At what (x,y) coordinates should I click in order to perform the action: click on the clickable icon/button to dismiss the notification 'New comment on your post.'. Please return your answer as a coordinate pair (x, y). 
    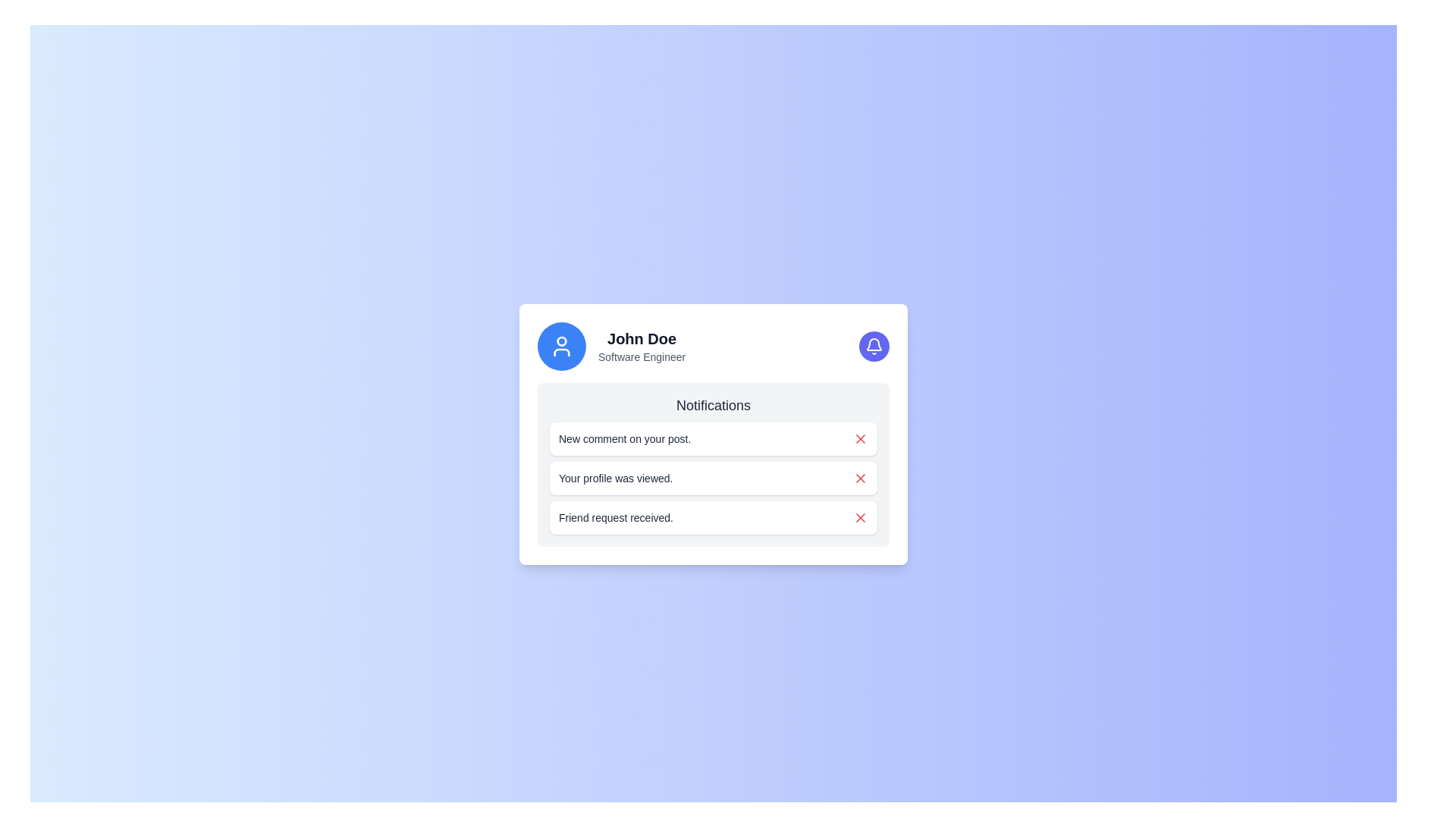
    Looking at the image, I should click on (860, 438).